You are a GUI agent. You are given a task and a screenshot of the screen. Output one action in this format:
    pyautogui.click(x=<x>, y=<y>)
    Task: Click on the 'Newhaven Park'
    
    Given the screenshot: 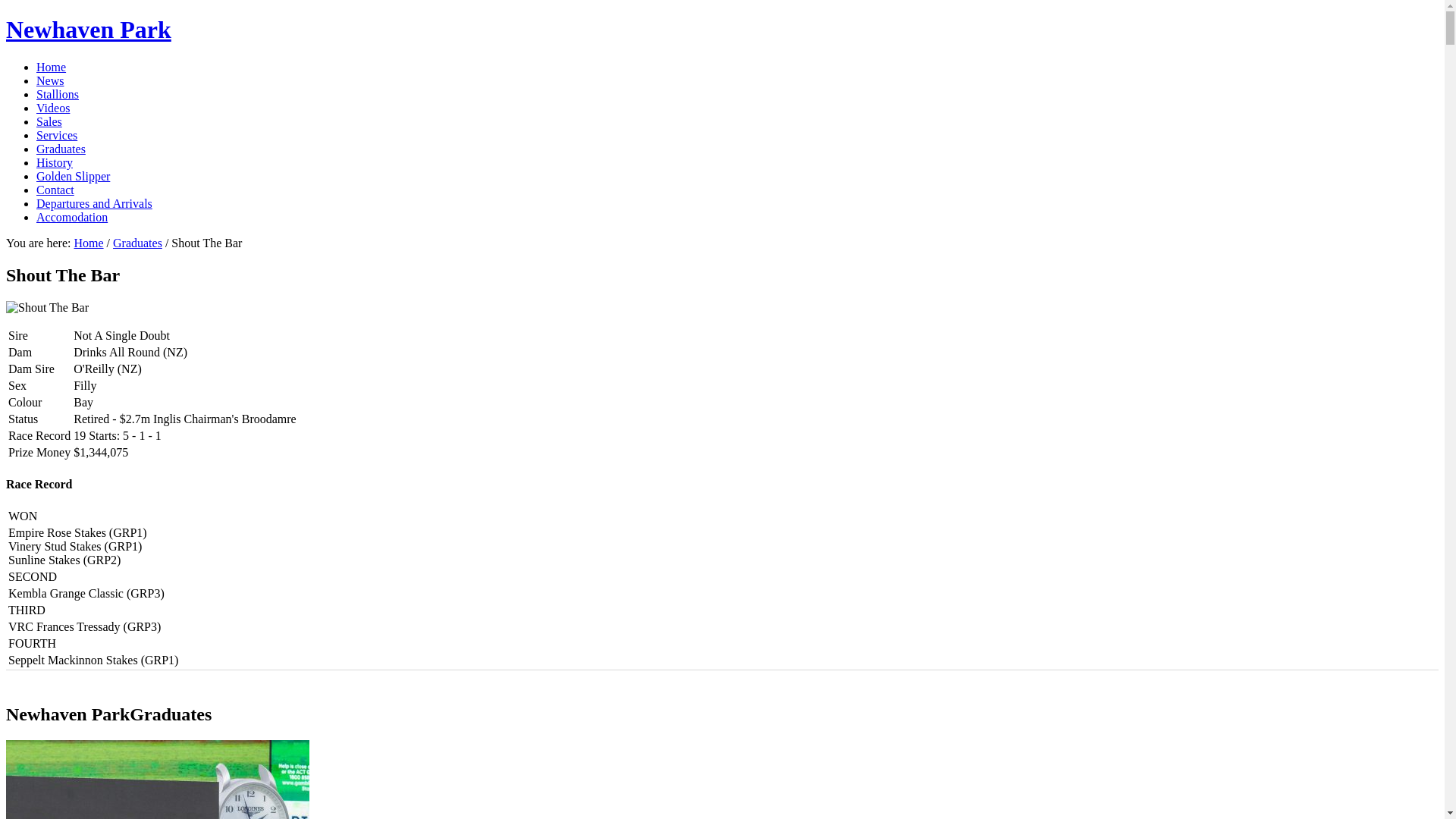 What is the action you would take?
    pyautogui.click(x=6, y=29)
    